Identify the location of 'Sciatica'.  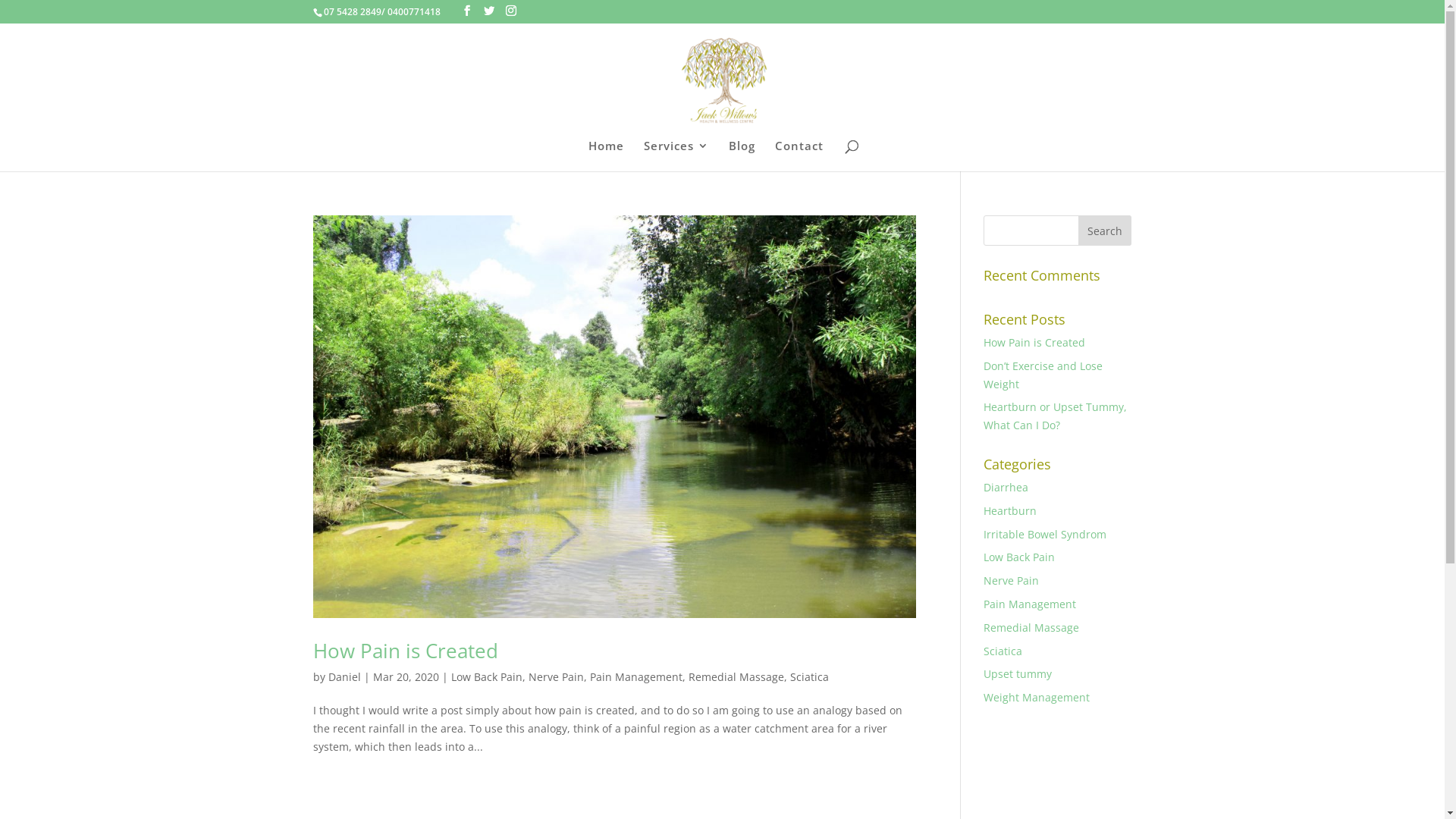
(789, 676).